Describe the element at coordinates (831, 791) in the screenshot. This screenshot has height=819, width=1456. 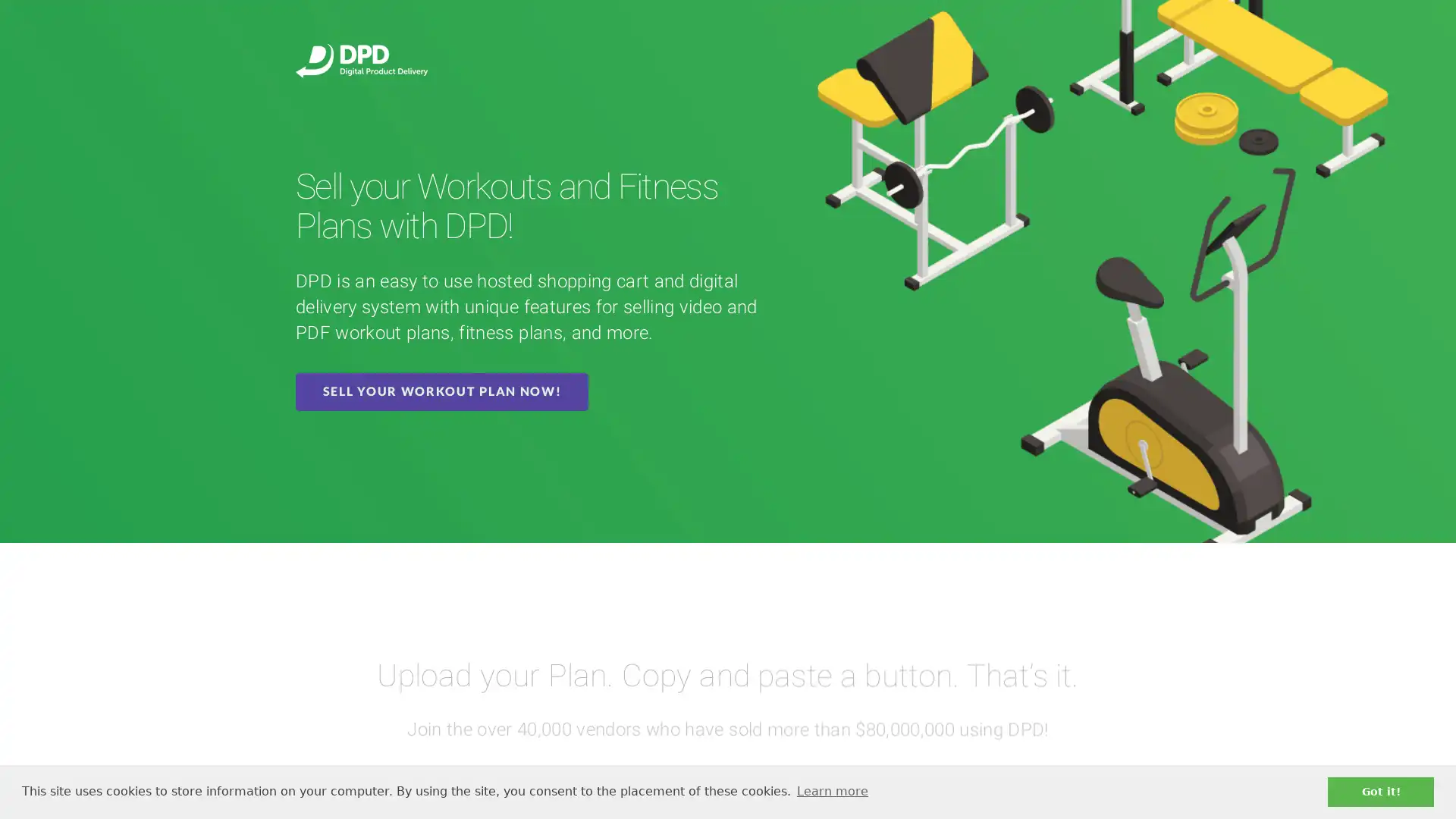
I see `learn more about cookies` at that location.